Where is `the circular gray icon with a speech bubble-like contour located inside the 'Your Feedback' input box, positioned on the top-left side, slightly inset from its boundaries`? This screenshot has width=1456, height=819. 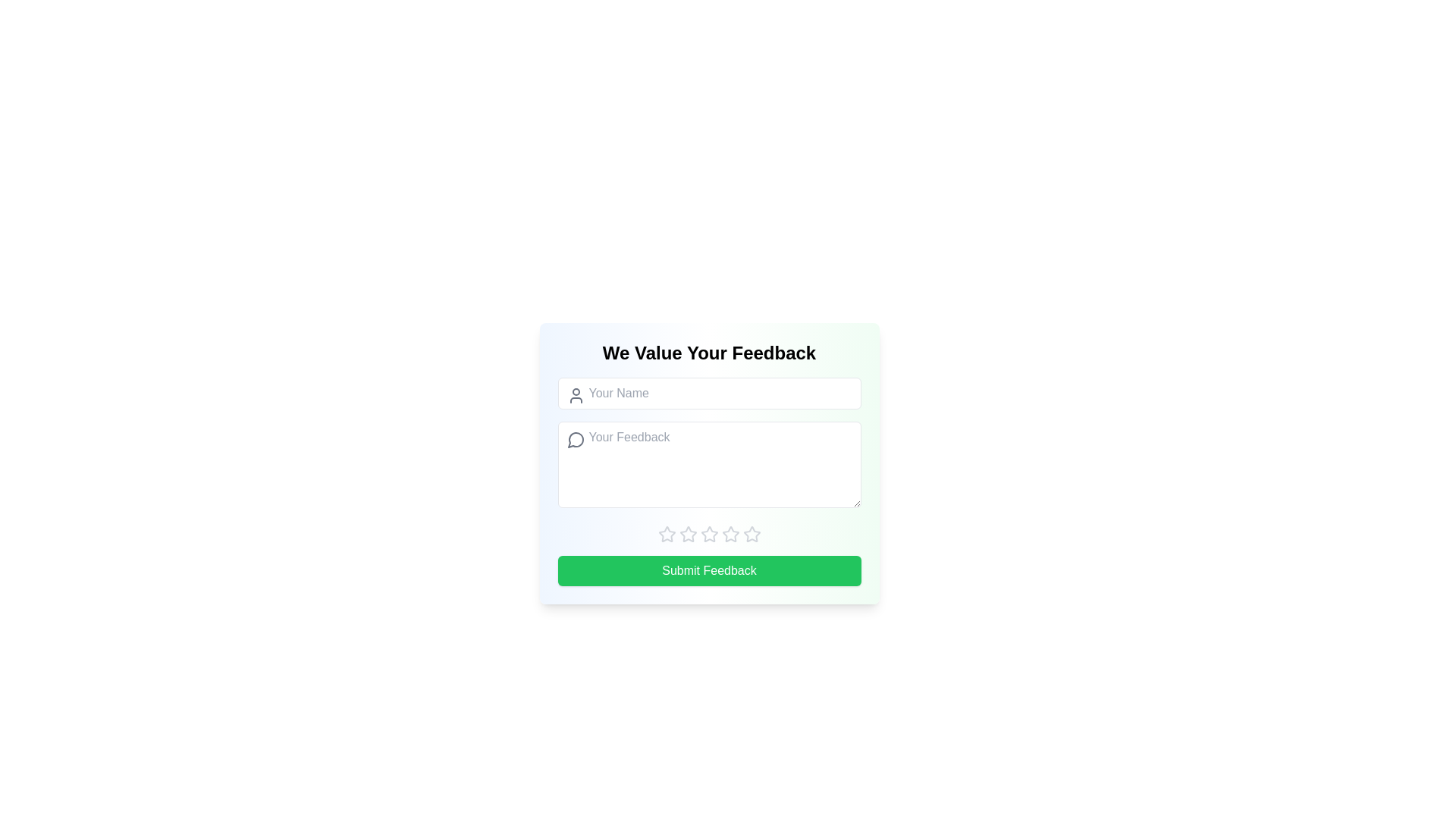
the circular gray icon with a speech bubble-like contour located inside the 'Your Feedback' input box, positioned on the top-left side, slightly inset from its boundaries is located at coordinates (575, 439).